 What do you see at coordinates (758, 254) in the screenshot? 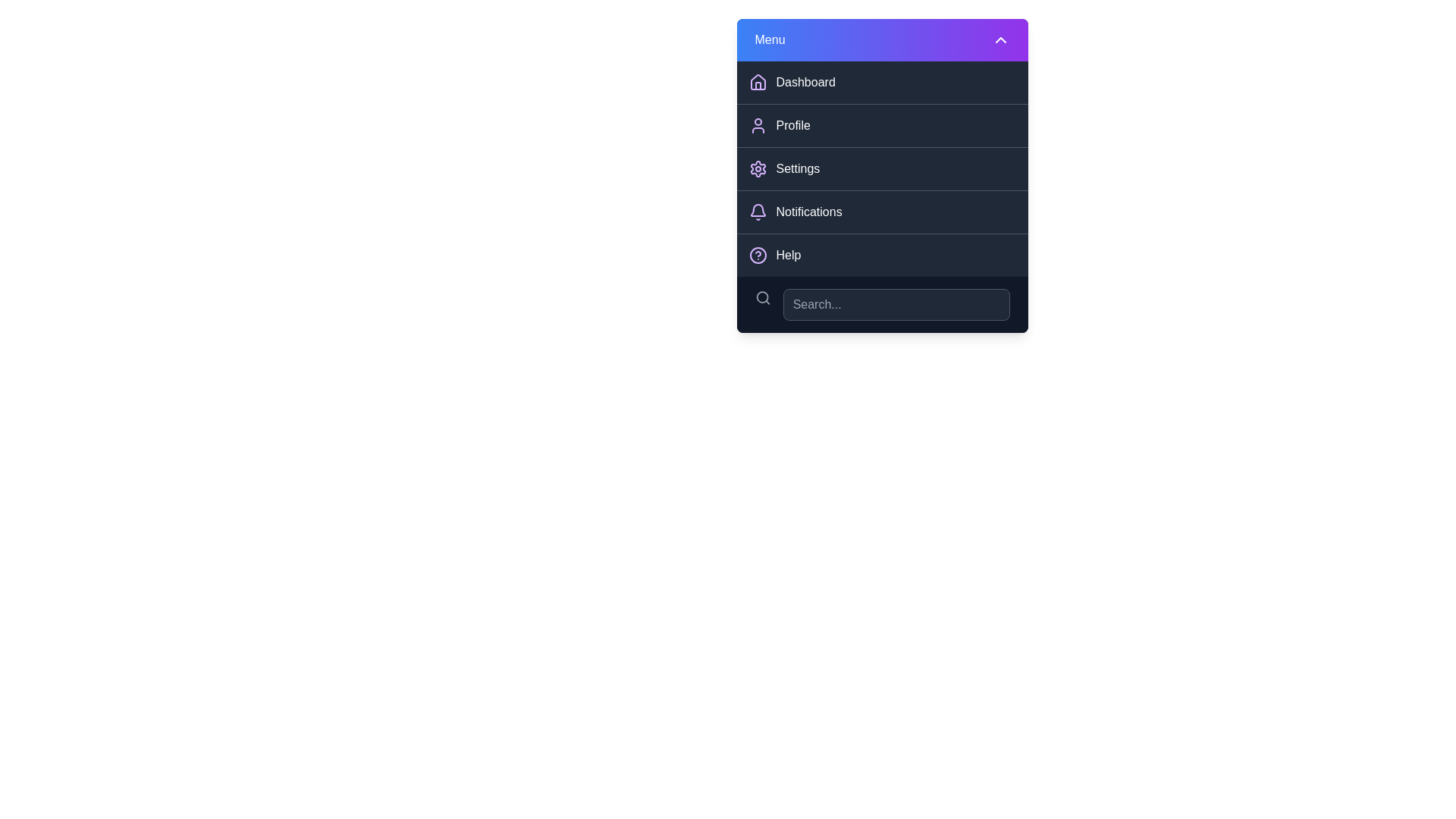
I see `the circular icon with a question mark symbol and a purple outline located in the fifth row of the menu list adjacent to the 'Help' text` at bounding box center [758, 254].